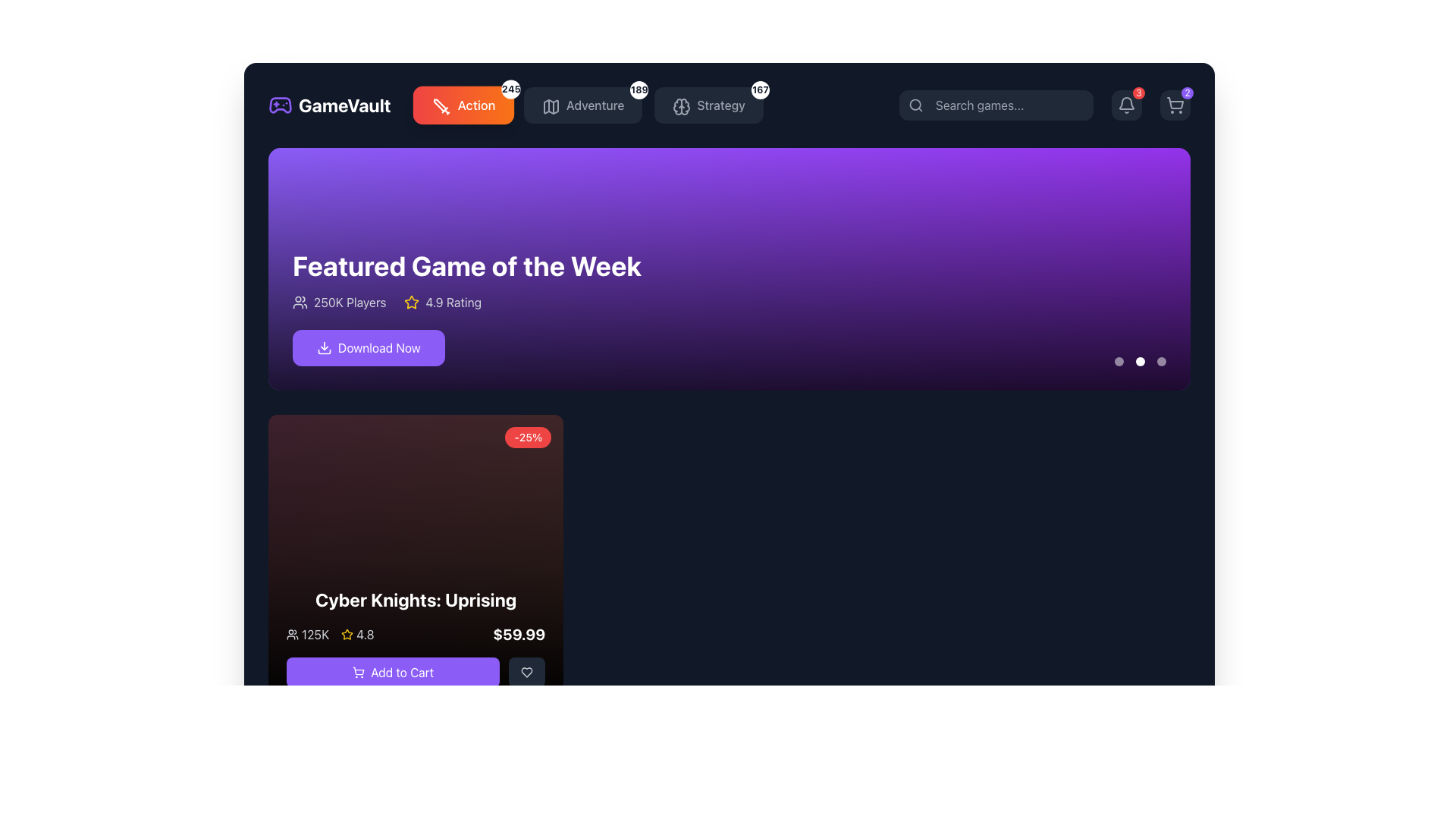  What do you see at coordinates (527, 672) in the screenshot?
I see `the heart icon representing the 'like' or 'favorite' function, which is centrally positioned within a rounded rectangular button in the bottom-right corner of the product card for 'Cyber Knights: Uprising'` at bounding box center [527, 672].